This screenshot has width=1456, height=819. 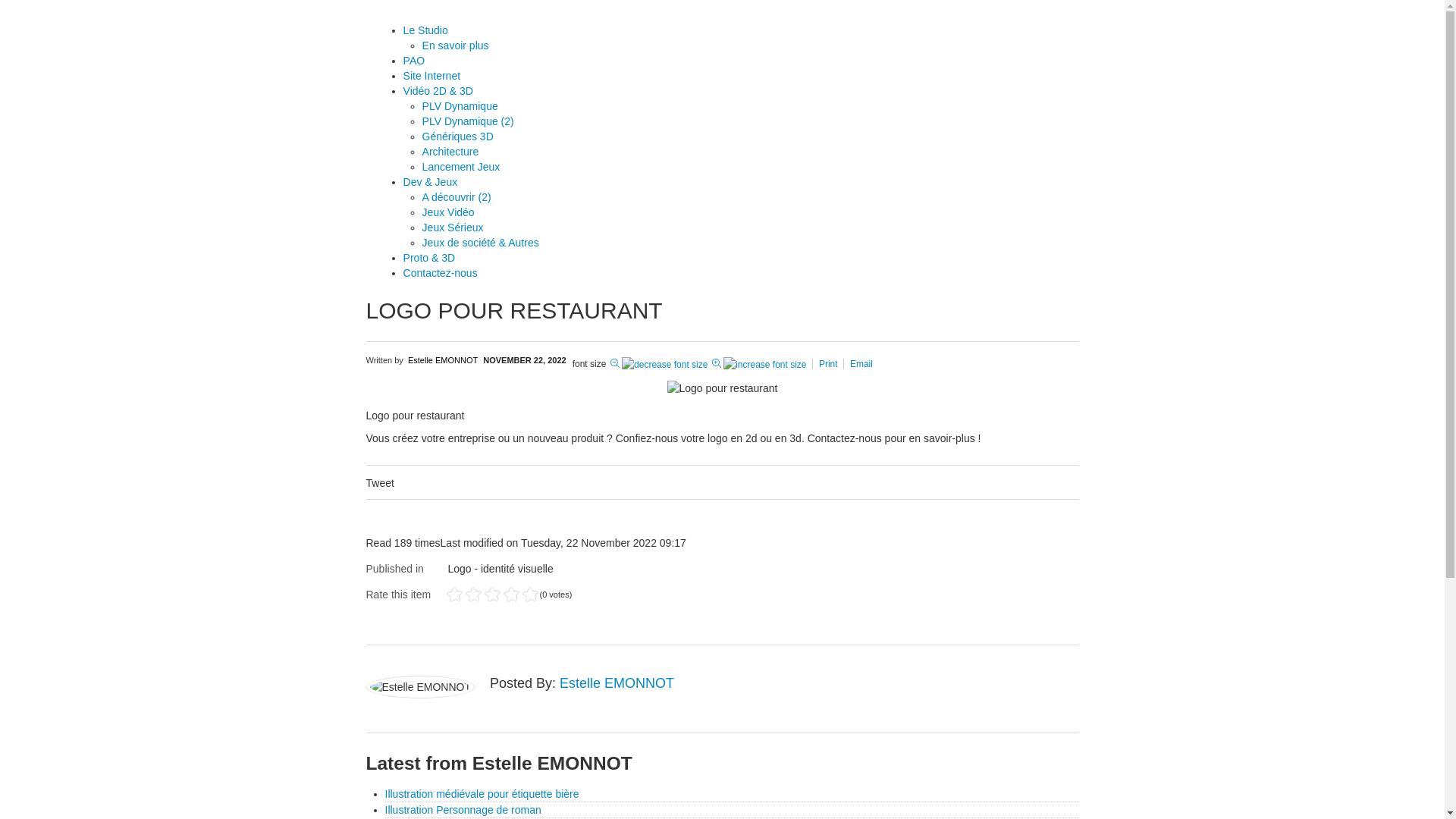 What do you see at coordinates (720, 387) in the screenshot?
I see `'Click to preview image'` at bounding box center [720, 387].